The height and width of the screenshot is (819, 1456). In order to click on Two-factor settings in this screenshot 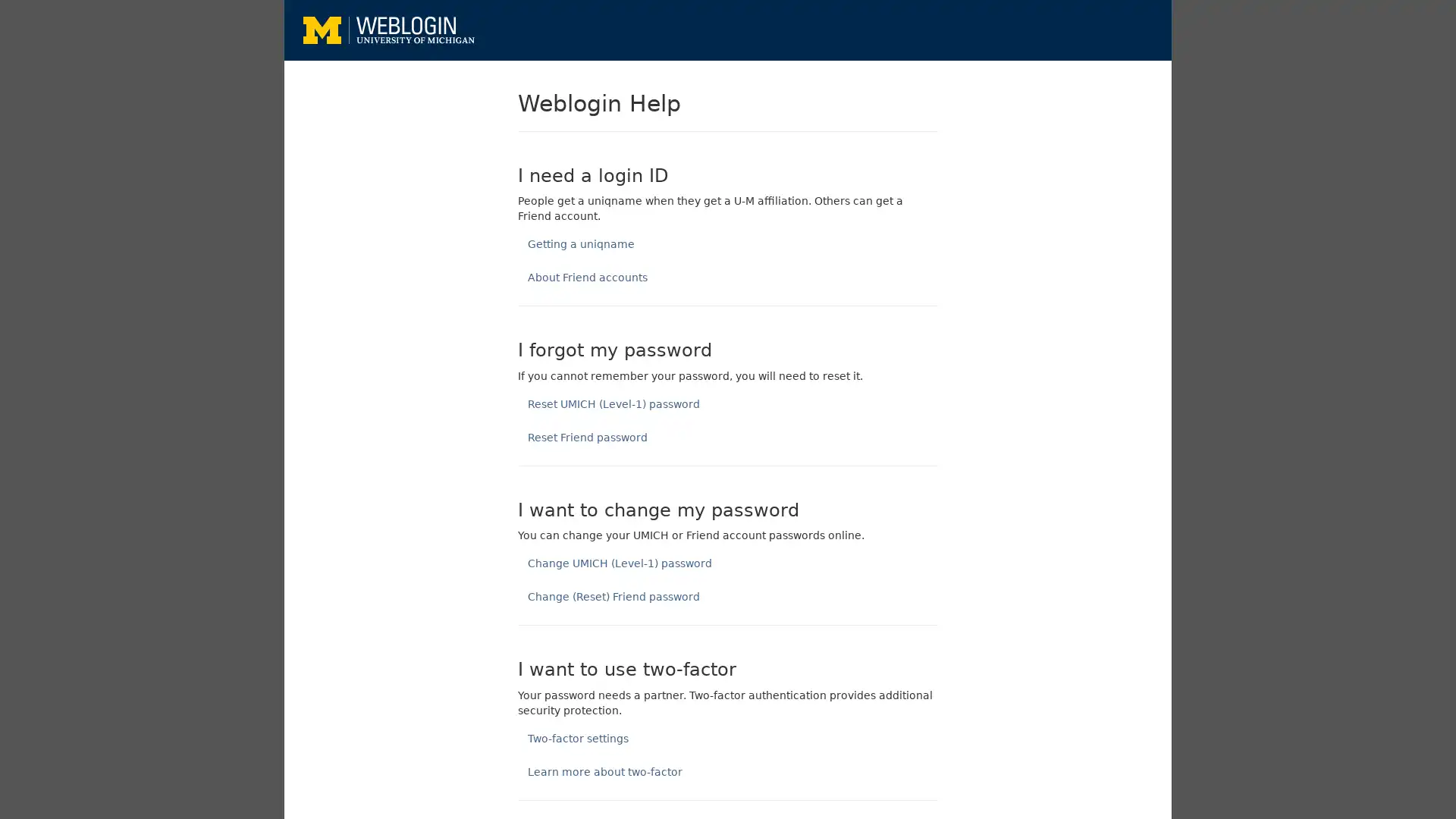, I will do `click(576, 736)`.